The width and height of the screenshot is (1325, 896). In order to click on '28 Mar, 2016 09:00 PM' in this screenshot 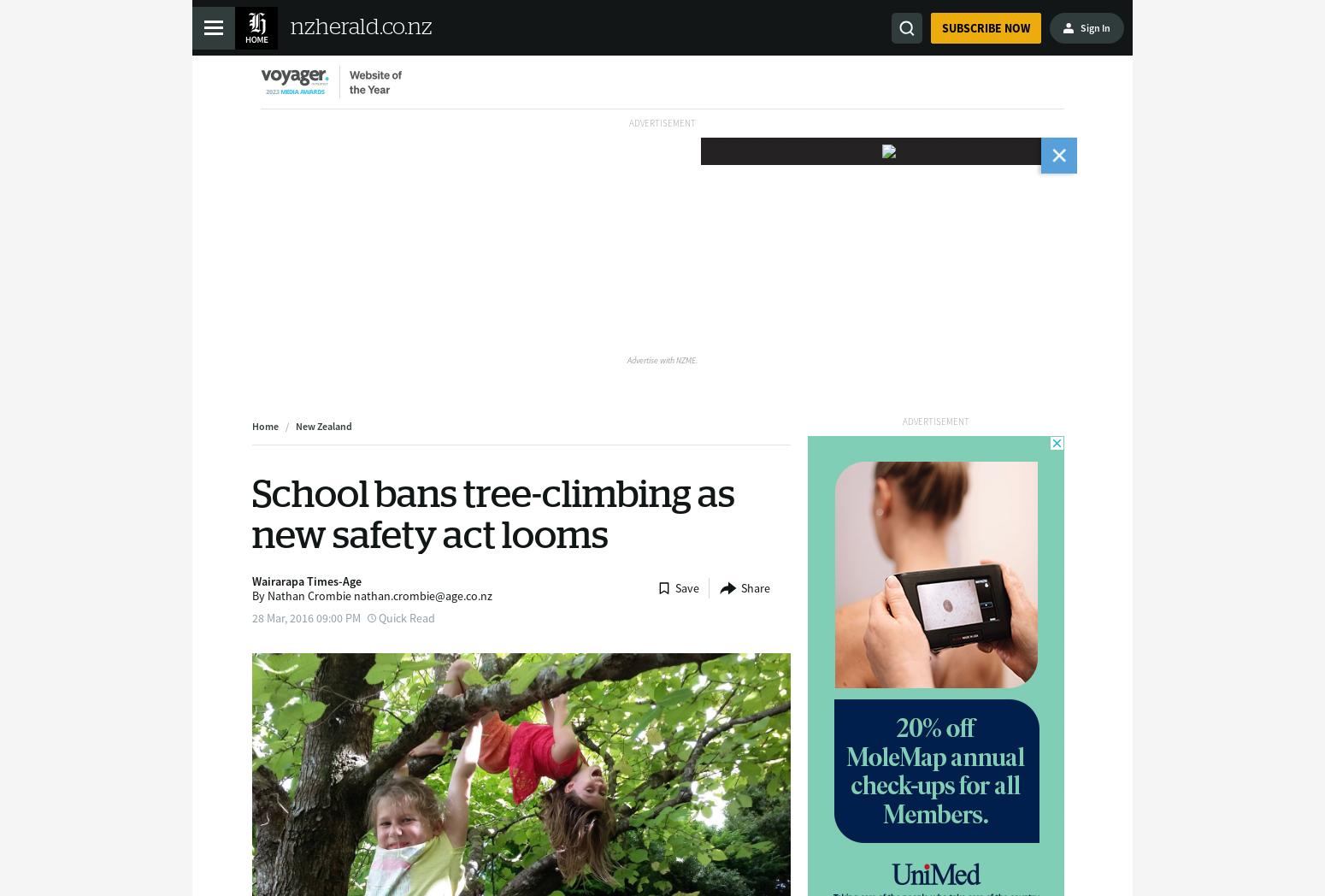, I will do `click(305, 616)`.